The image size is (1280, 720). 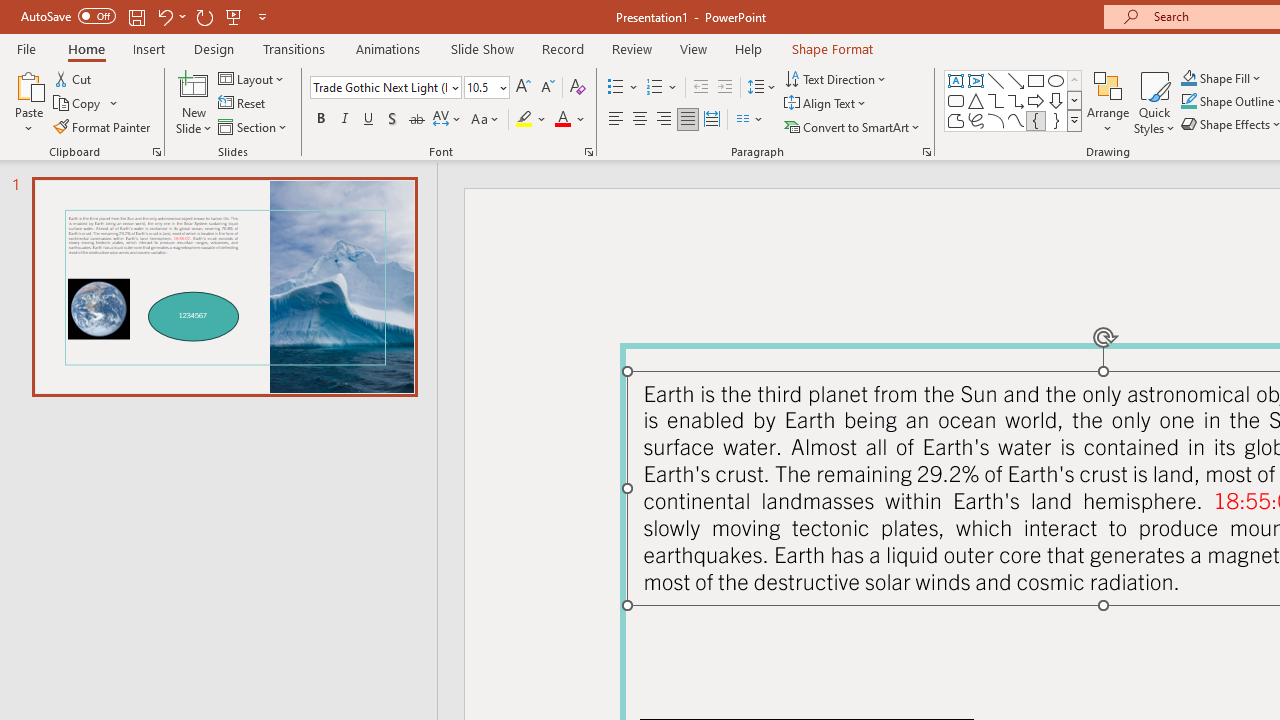 What do you see at coordinates (78, 103) in the screenshot?
I see `'Copy'` at bounding box center [78, 103].